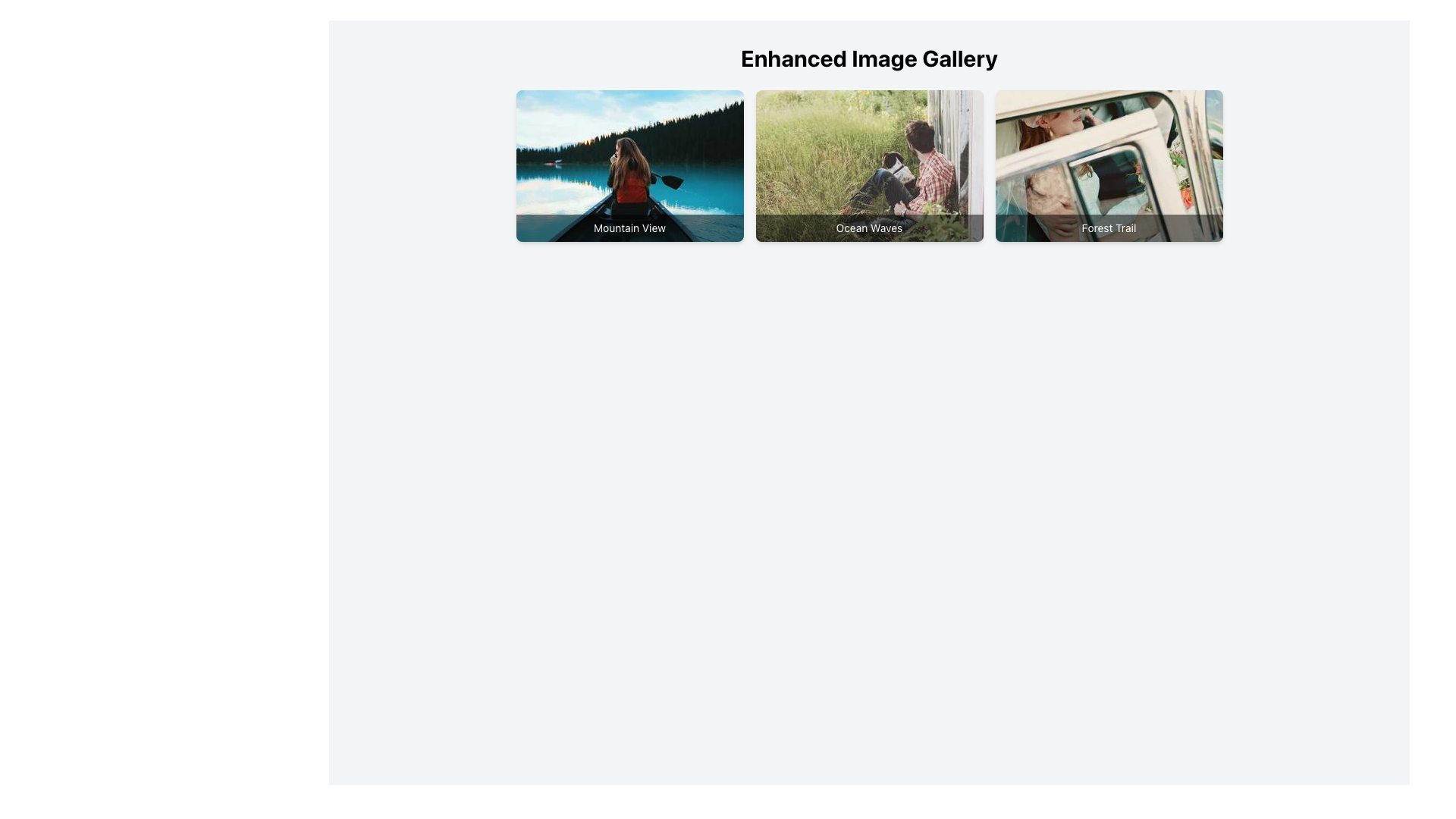 This screenshot has height=819, width=1456. Describe the element at coordinates (1109, 166) in the screenshot. I see `the Image card with overlay text that depicts a forest trail, featuring the caption 'Forest Trail' at the bottom` at that location.